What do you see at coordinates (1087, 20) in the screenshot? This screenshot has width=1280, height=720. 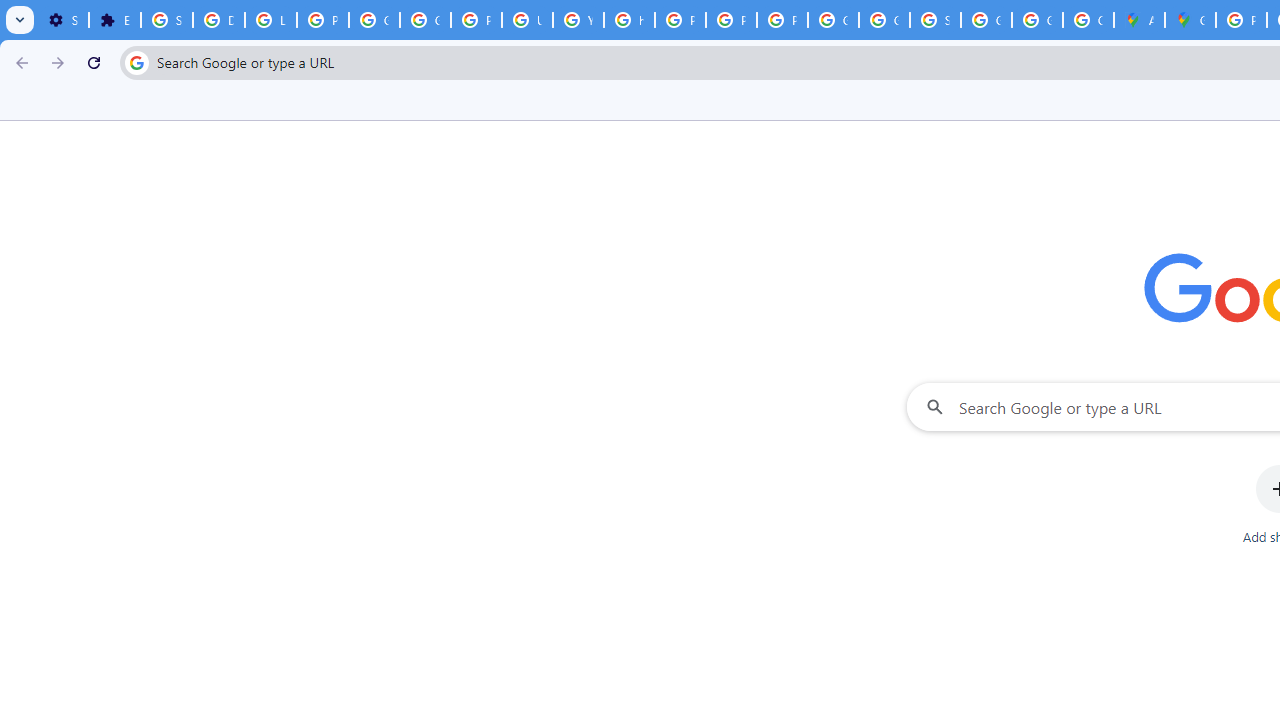 I see `'Create your Google Account'` at bounding box center [1087, 20].